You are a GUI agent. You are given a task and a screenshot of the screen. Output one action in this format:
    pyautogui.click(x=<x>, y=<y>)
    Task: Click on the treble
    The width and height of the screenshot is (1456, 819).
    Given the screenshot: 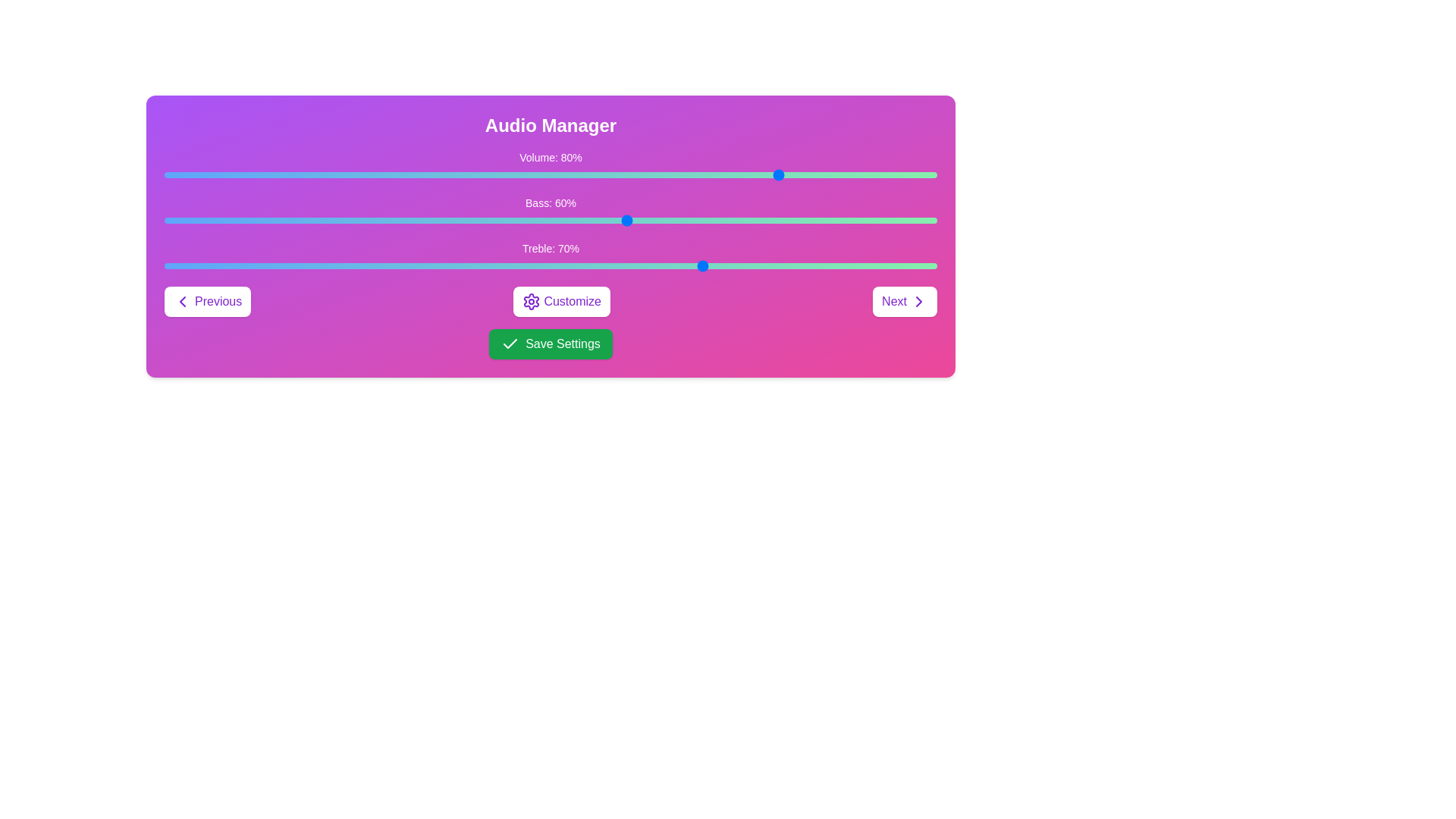 What is the action you would take?
    pyautogui.click(x=557, y=265)
    